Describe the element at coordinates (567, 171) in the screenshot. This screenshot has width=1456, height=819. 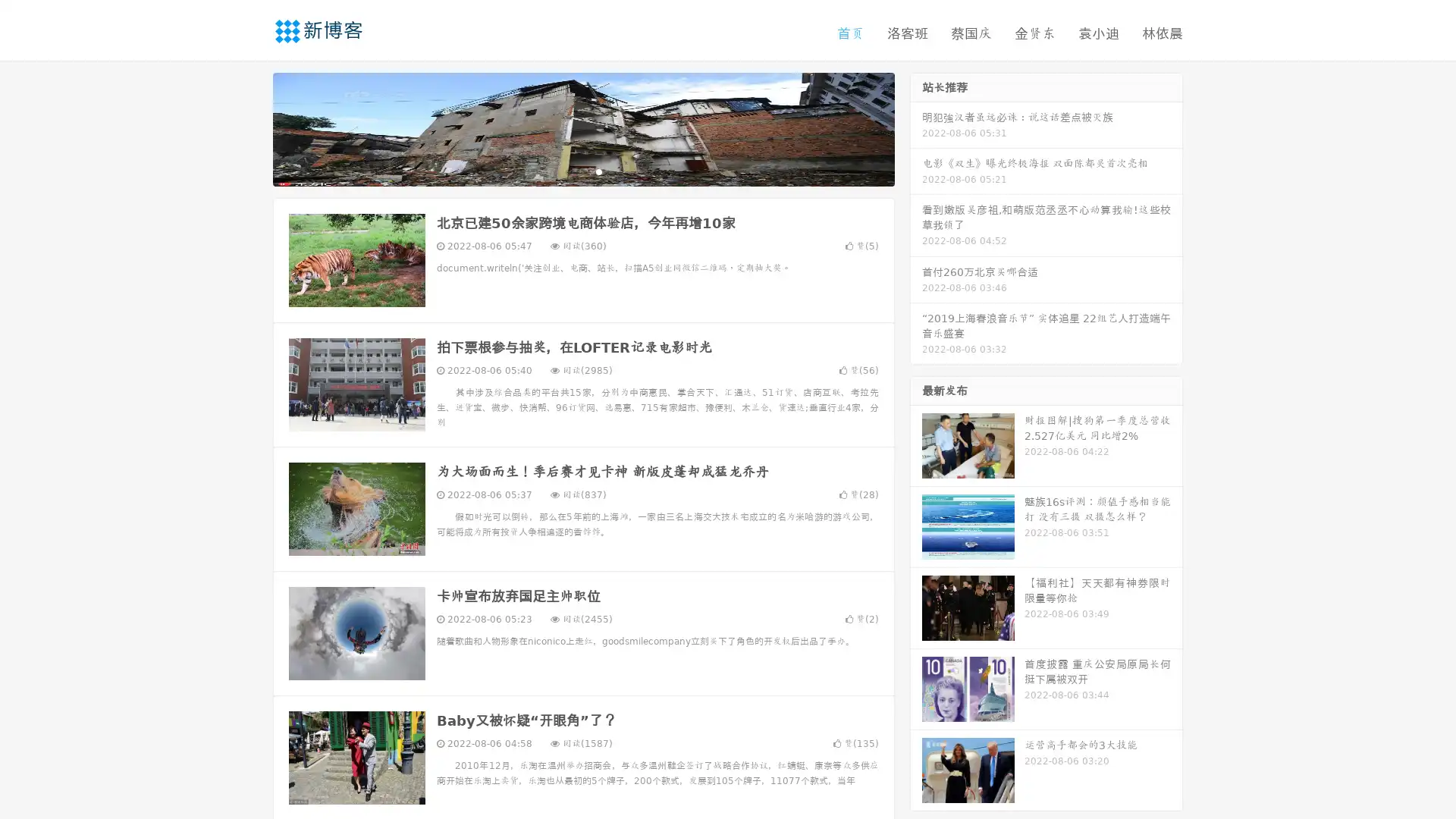
I see `Go to slide 1` at that location.